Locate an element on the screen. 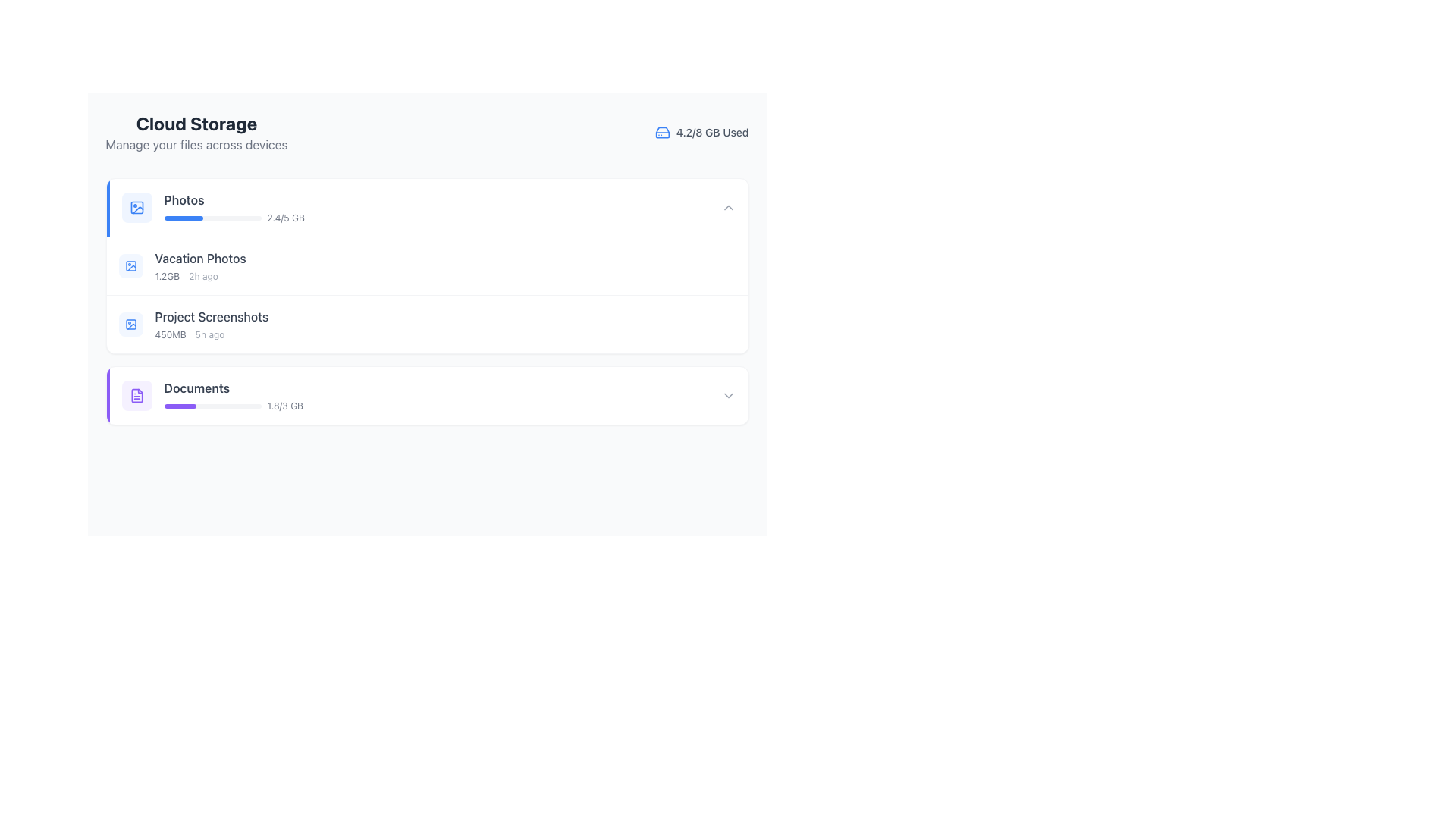  the blue outlined SVG image icon representing the 'Photos' category, located at the top-left of the 'Photos' list item is located at coordinates (136, 207).